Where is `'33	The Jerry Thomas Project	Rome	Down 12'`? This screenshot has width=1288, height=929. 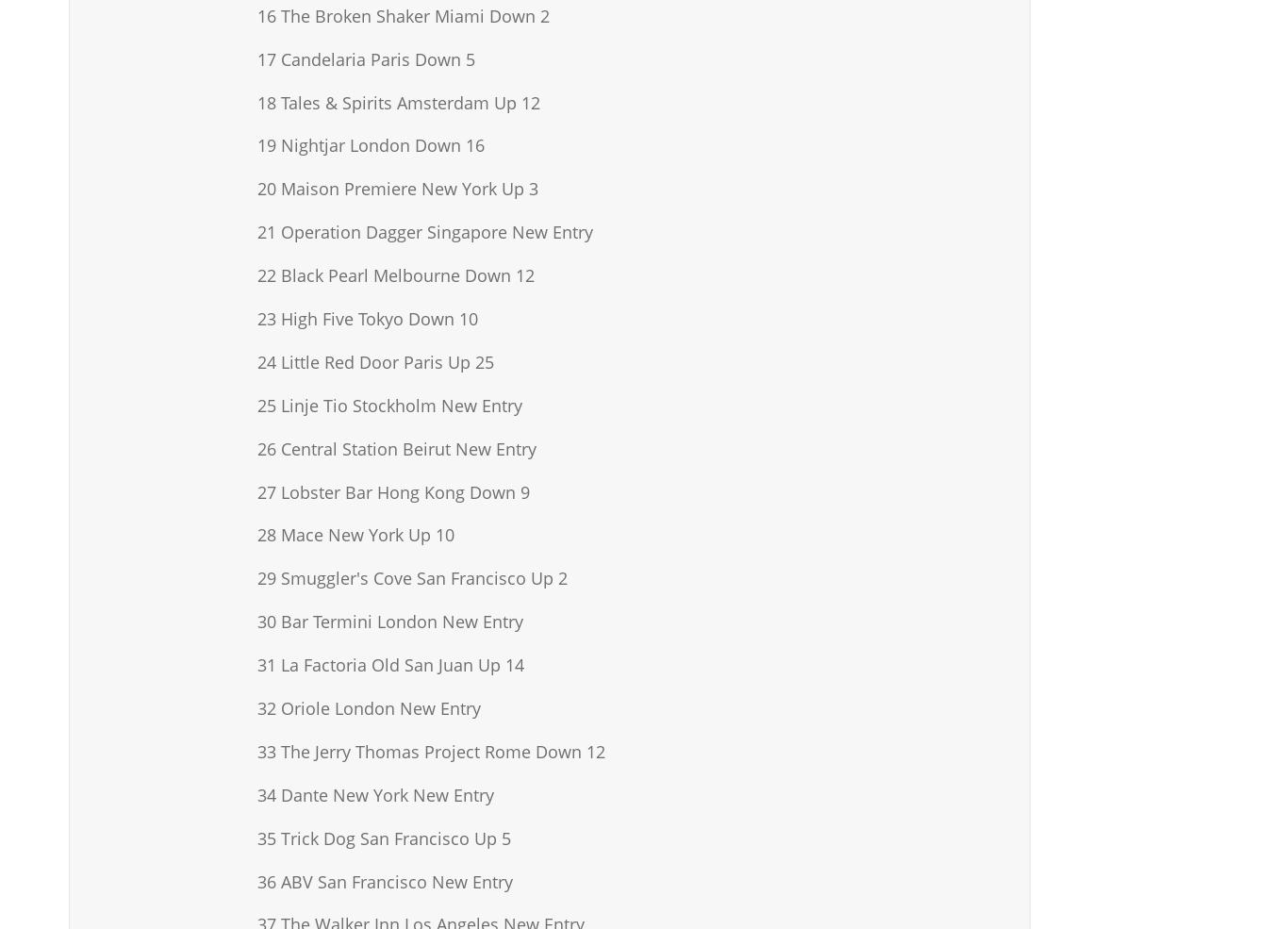
'33	The Jerry Thomas Project	Rome	Down 12' is located at coordinates (431, 749).